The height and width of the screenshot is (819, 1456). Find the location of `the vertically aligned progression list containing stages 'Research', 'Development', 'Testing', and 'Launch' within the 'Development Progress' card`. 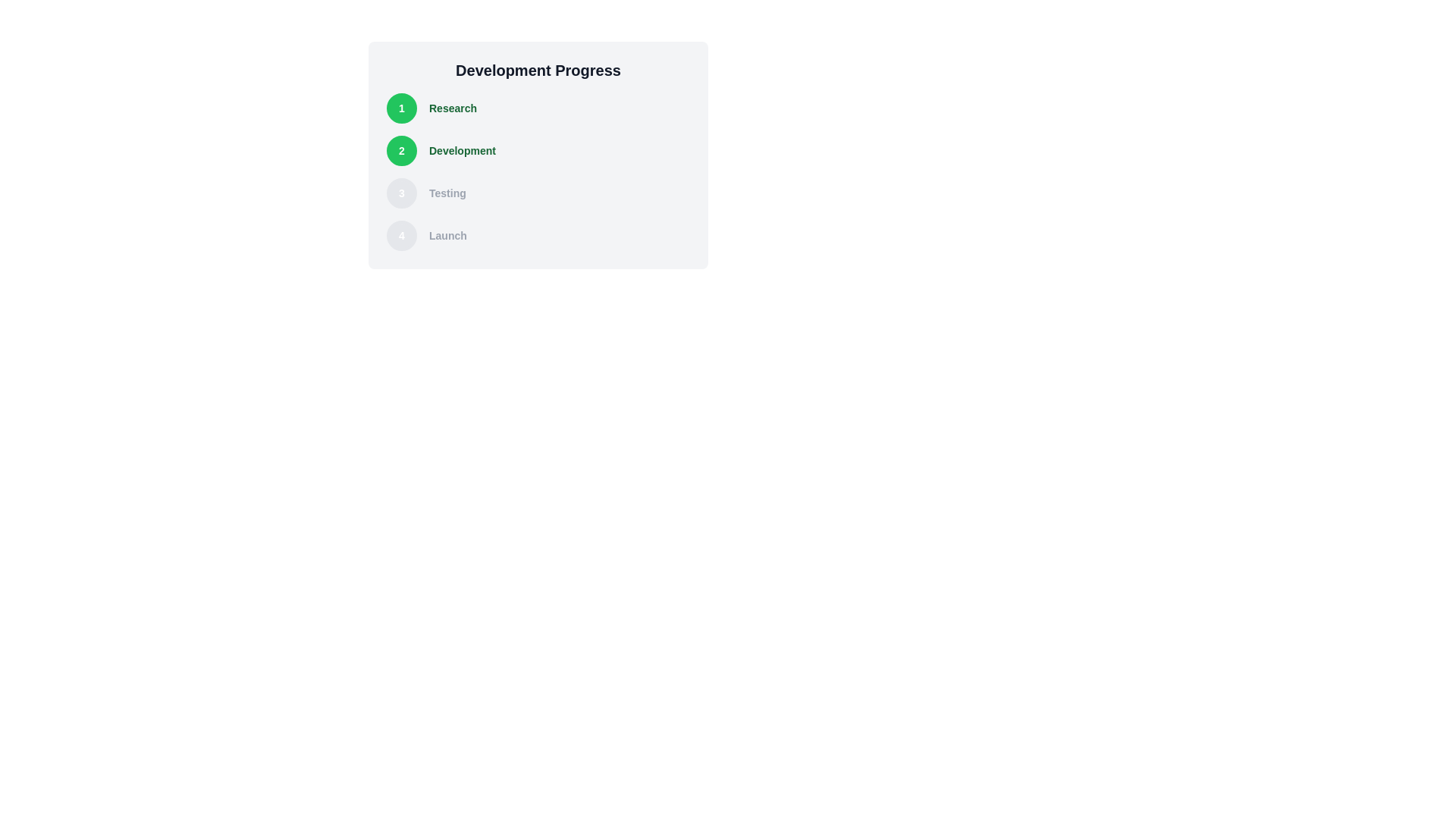

the vertically aligned progression list containing stages 'Research', 'Development', 'Testing', and 'Launch' within the 'Development Progress' card is located at coordinates (538, 171).